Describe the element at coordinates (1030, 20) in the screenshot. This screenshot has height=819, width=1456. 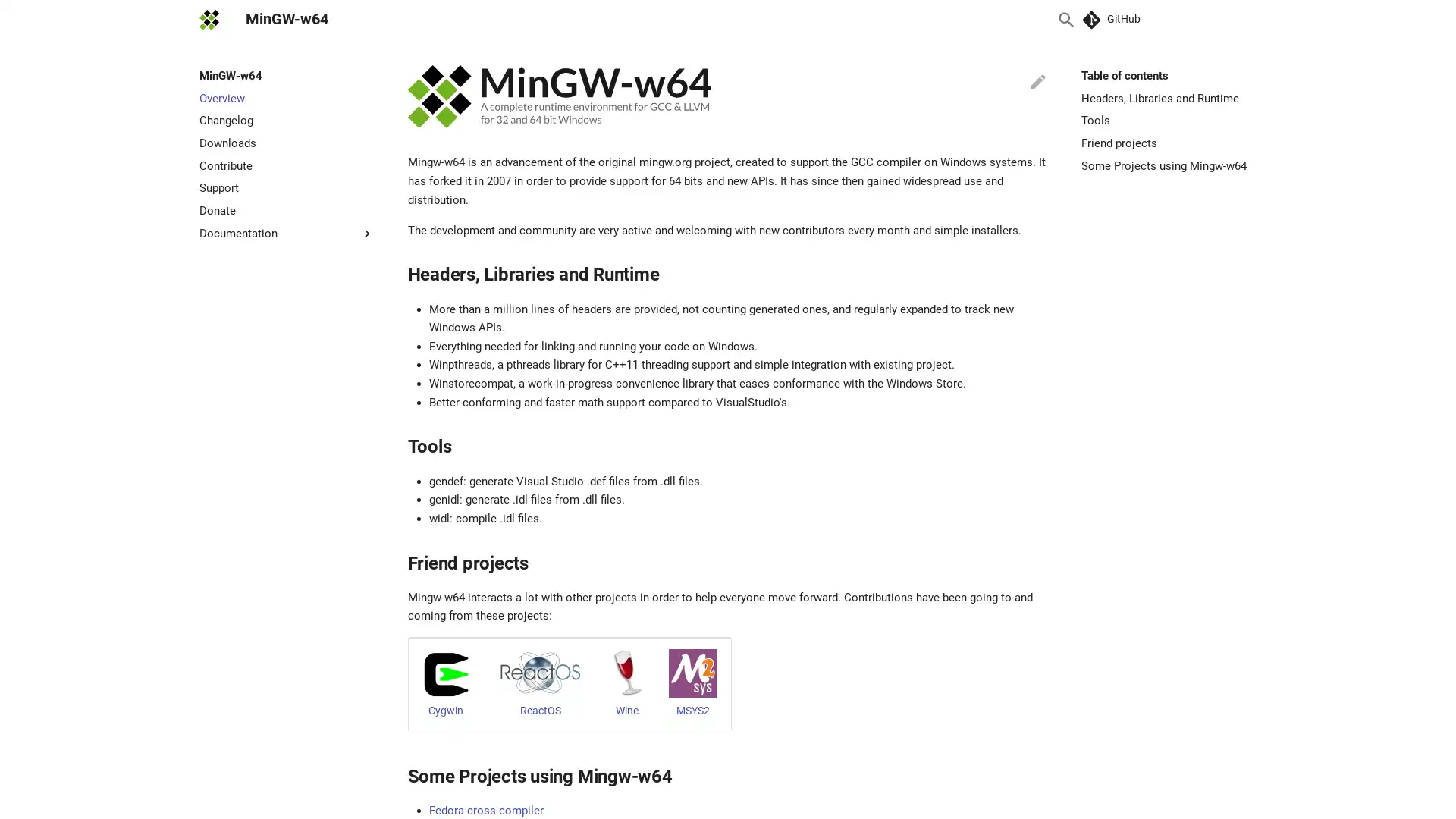
I see `Clear` at that location.